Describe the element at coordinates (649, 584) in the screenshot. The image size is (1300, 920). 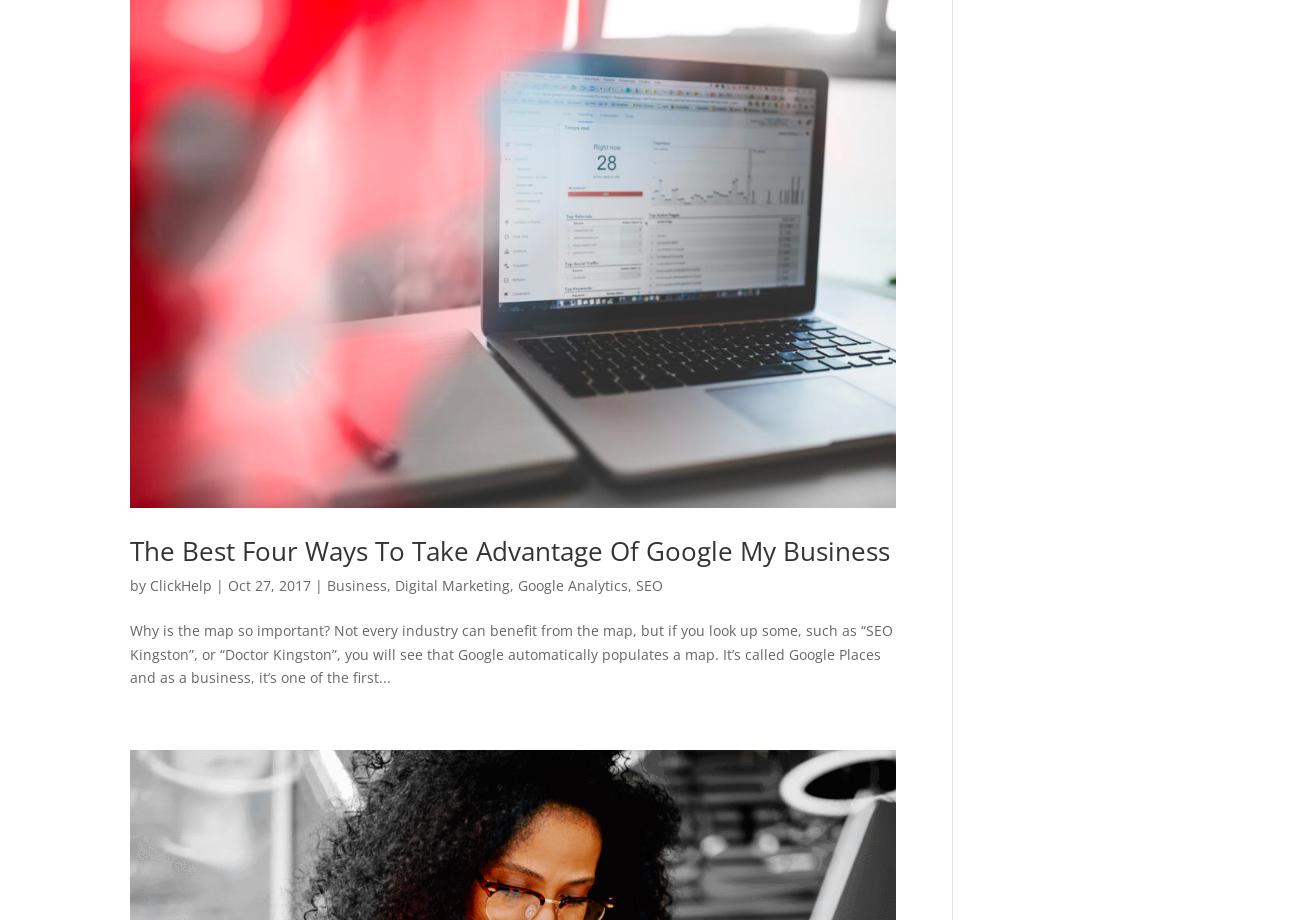
I see `'SEO'` at that location.